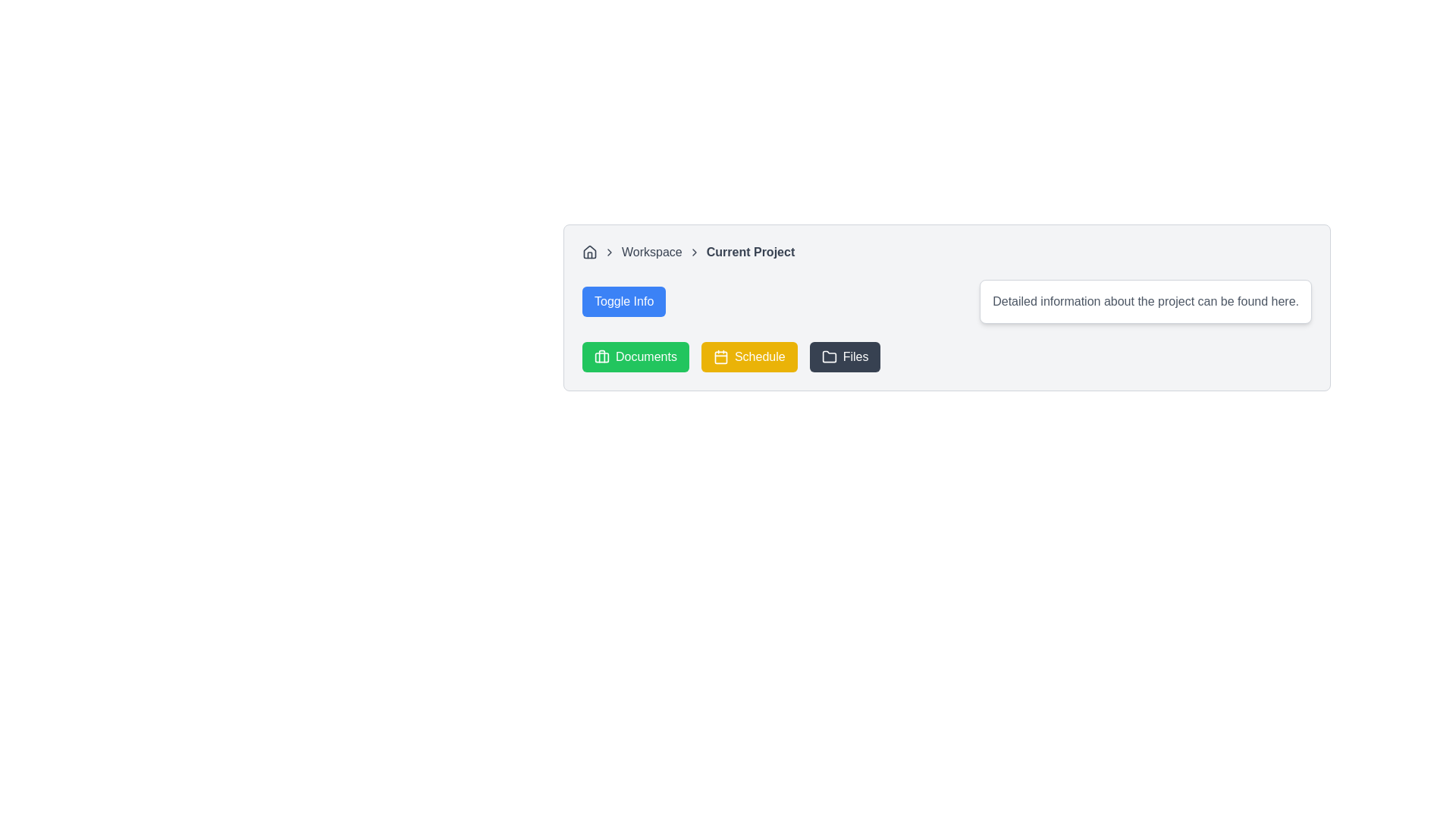 Image resolution: width=1456 pixels, height=819 pixels. Describe the element at coordinates (693, 251) in the screenshot. I see `the rightward-pointing chevron icon in the breadcrumb navigation bar, located between 'Workspace' and 'Current Project', to trigger a tooltip` at that location.